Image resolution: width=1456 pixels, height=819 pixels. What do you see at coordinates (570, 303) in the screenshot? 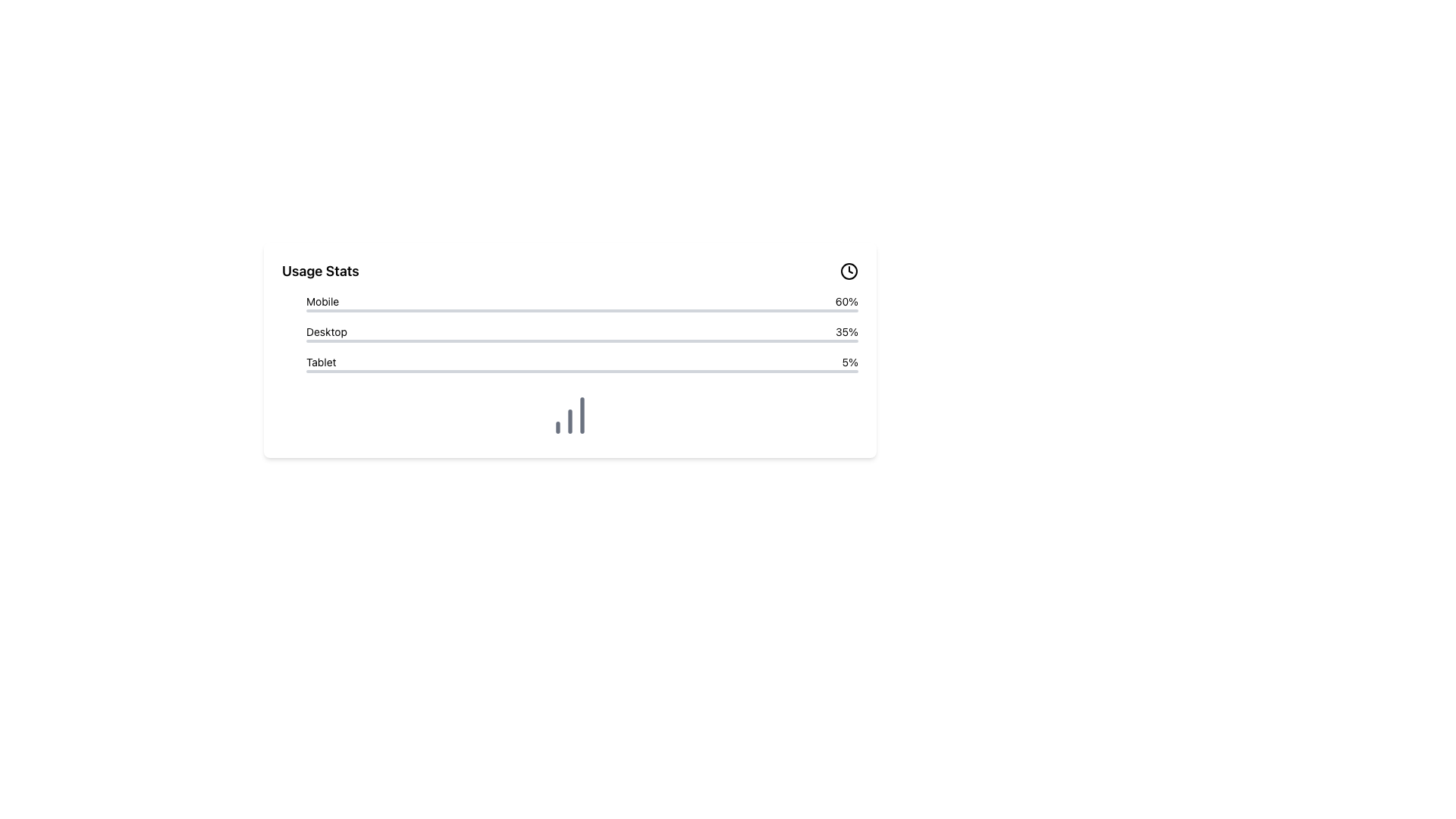
I see `the red progress bar labeled 'Mobile', which is filled up to 60% of its width, located at the top of the list under 'Usage Stats'` at bounding box center [570, 303].